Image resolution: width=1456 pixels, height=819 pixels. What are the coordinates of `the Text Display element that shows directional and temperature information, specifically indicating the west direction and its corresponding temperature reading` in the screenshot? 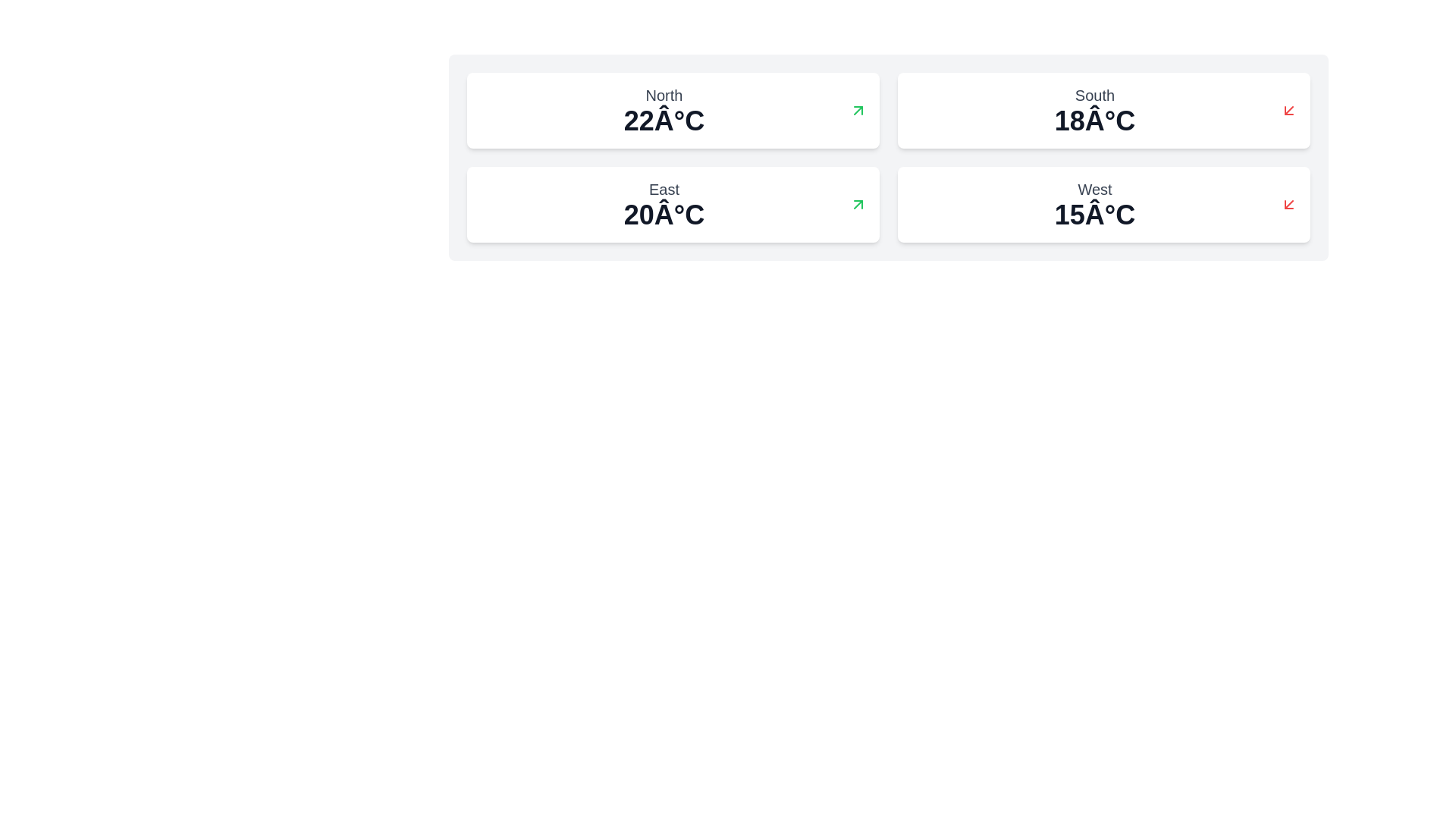 It's located at (1095, 205).